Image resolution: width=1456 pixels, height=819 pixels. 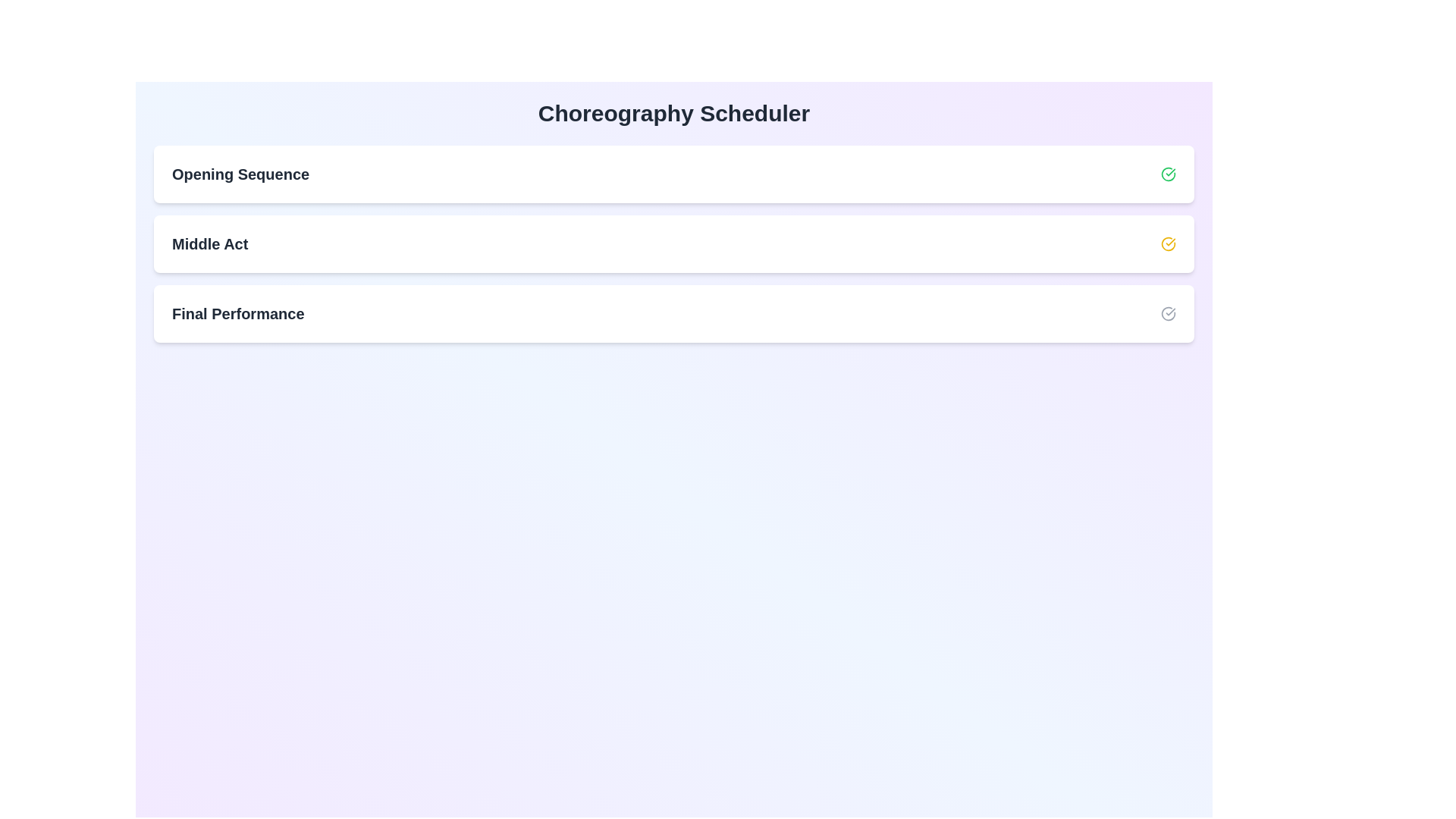 What do you see at coordinates (1167, 243) in the screenshot?
I see `status icon of the routine Middle Act` at bounding box center [1167, 243].